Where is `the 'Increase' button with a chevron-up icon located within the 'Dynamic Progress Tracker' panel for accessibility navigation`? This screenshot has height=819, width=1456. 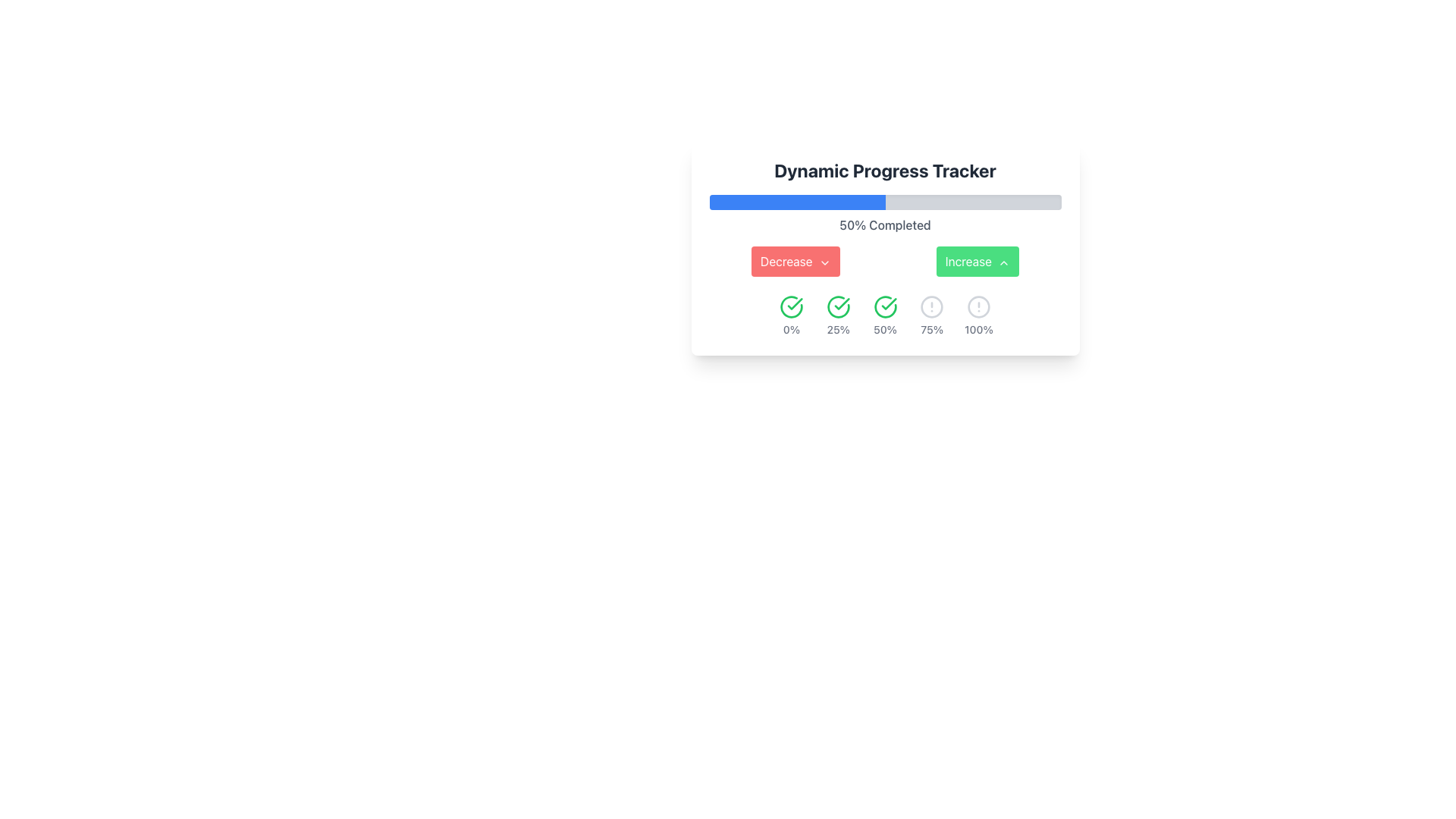
the 'Increase' button with a chevron-up icon located within the 'Dynamic Progress Tracker' panel for accessibility navigation is located at coordinates (977, 260).